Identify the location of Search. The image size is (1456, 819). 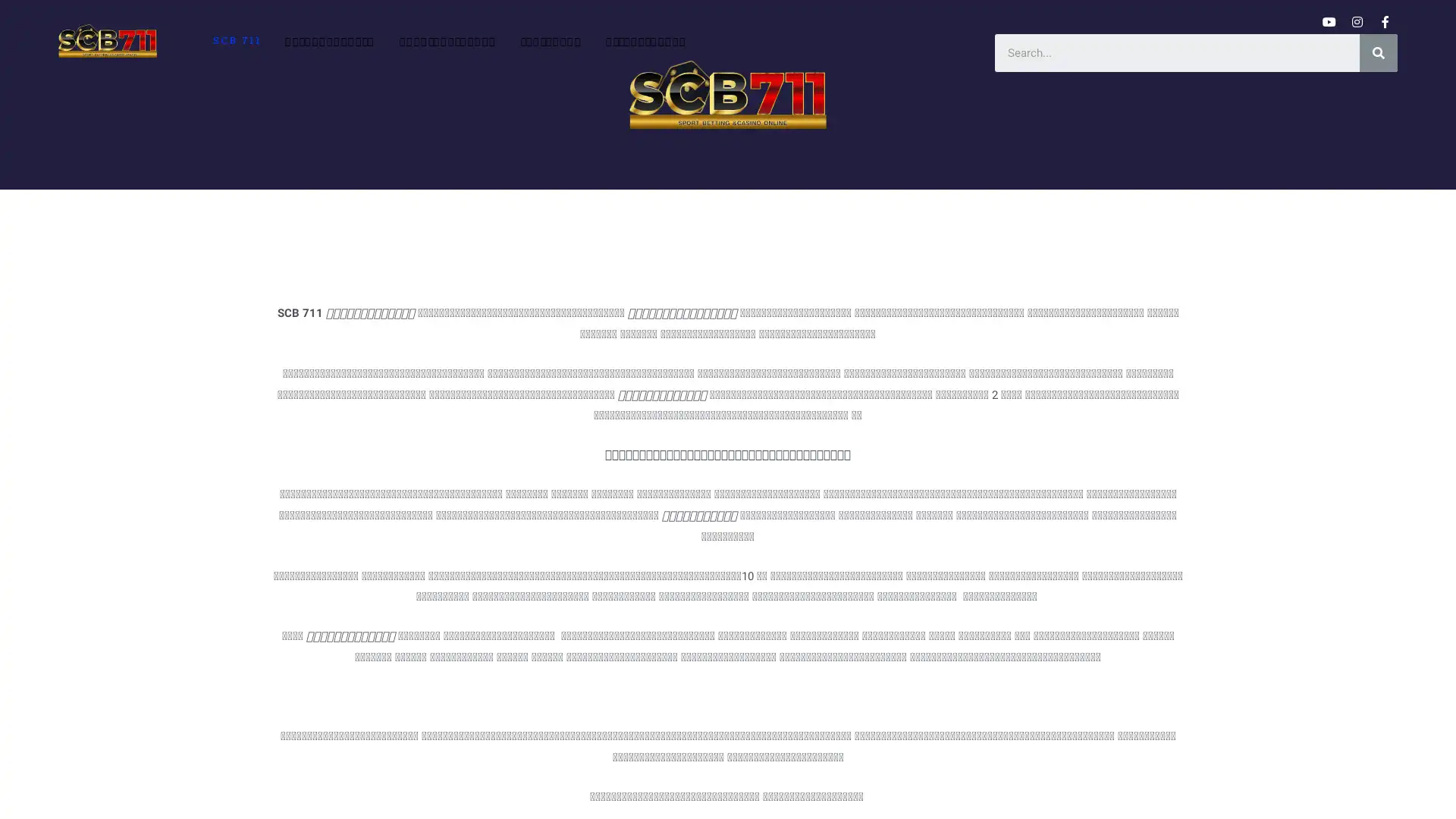
(1379, 52).